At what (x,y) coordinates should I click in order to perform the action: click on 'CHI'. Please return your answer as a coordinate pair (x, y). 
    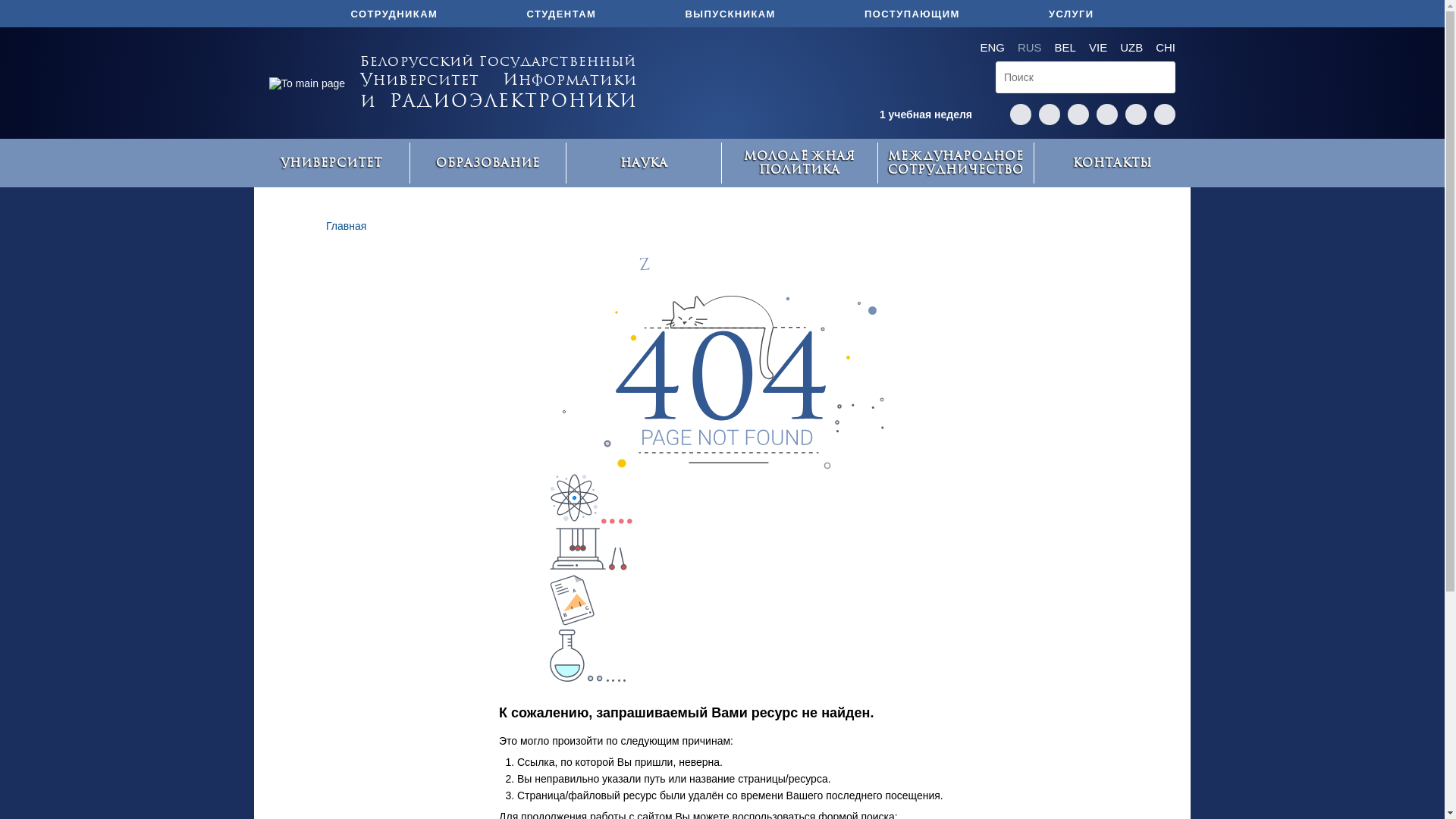
    Looking at the image, I should click on (1154, 46).